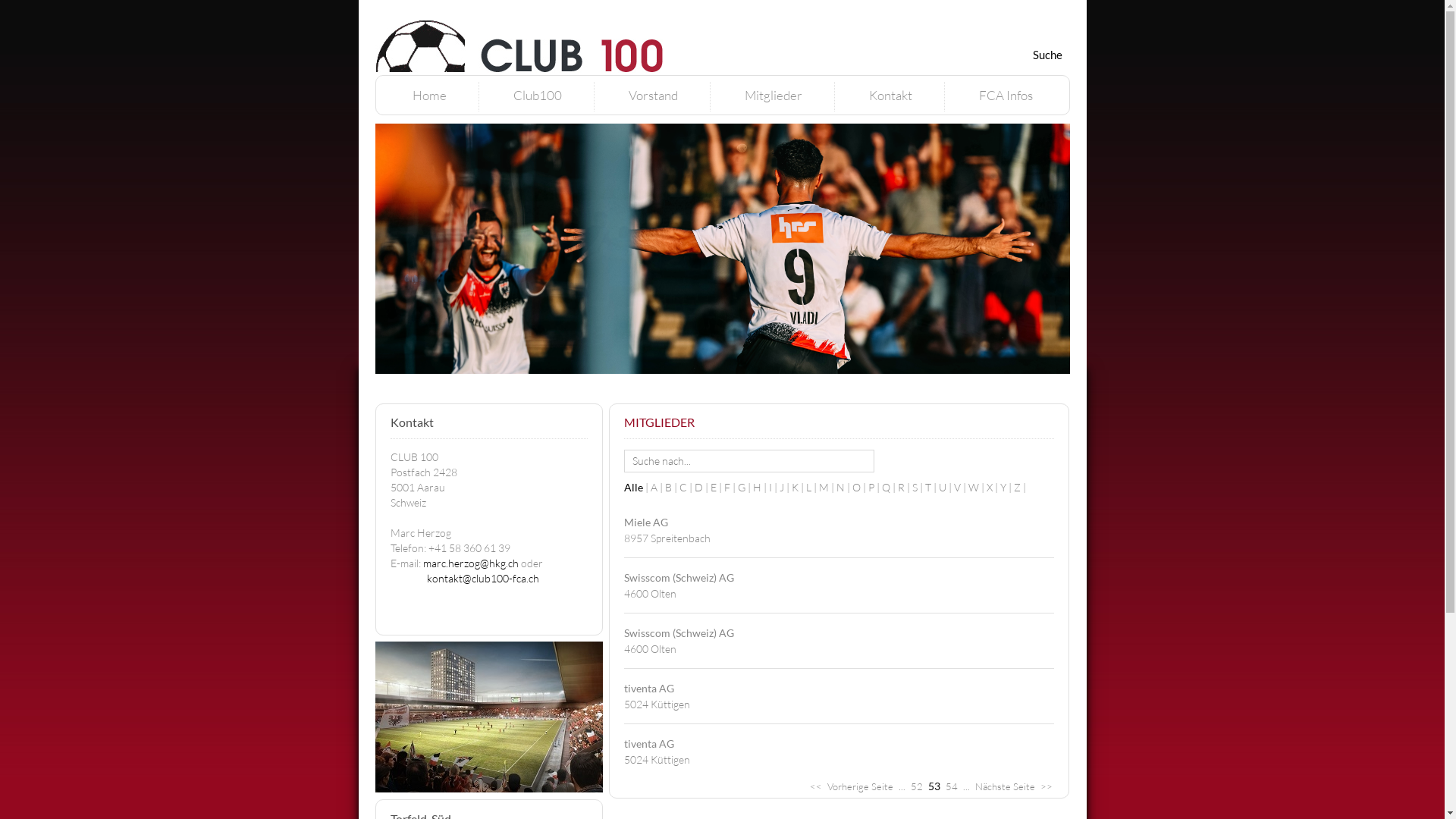  Describe the element at coordinates (1019, 487) in the screenshot. I see `'Z'` at that location.